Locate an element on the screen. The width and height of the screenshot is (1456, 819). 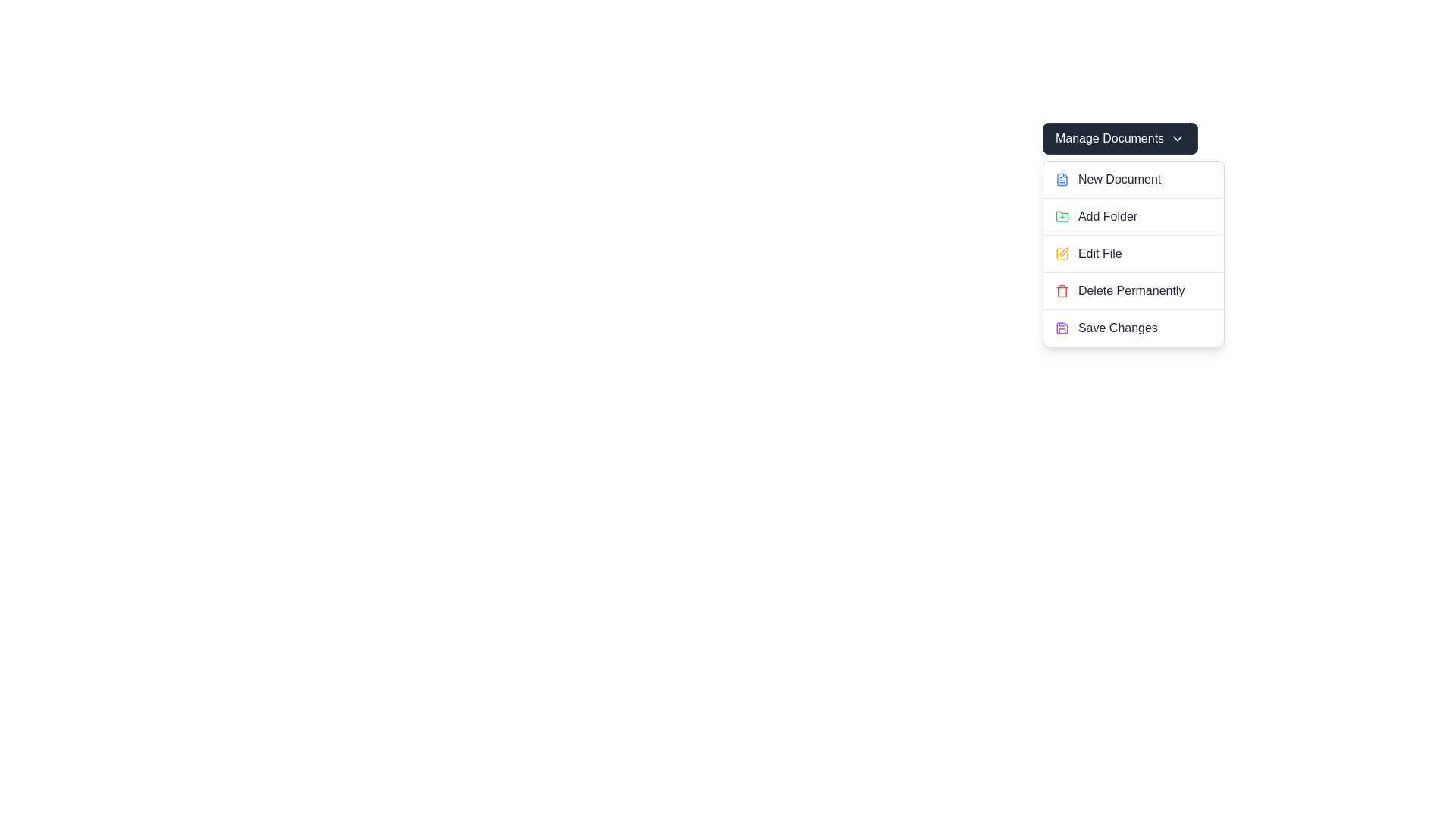
the 'Manage Documents' button with a dark background and a downward-pointing chevron icon is located at coordinates (1120, 138).